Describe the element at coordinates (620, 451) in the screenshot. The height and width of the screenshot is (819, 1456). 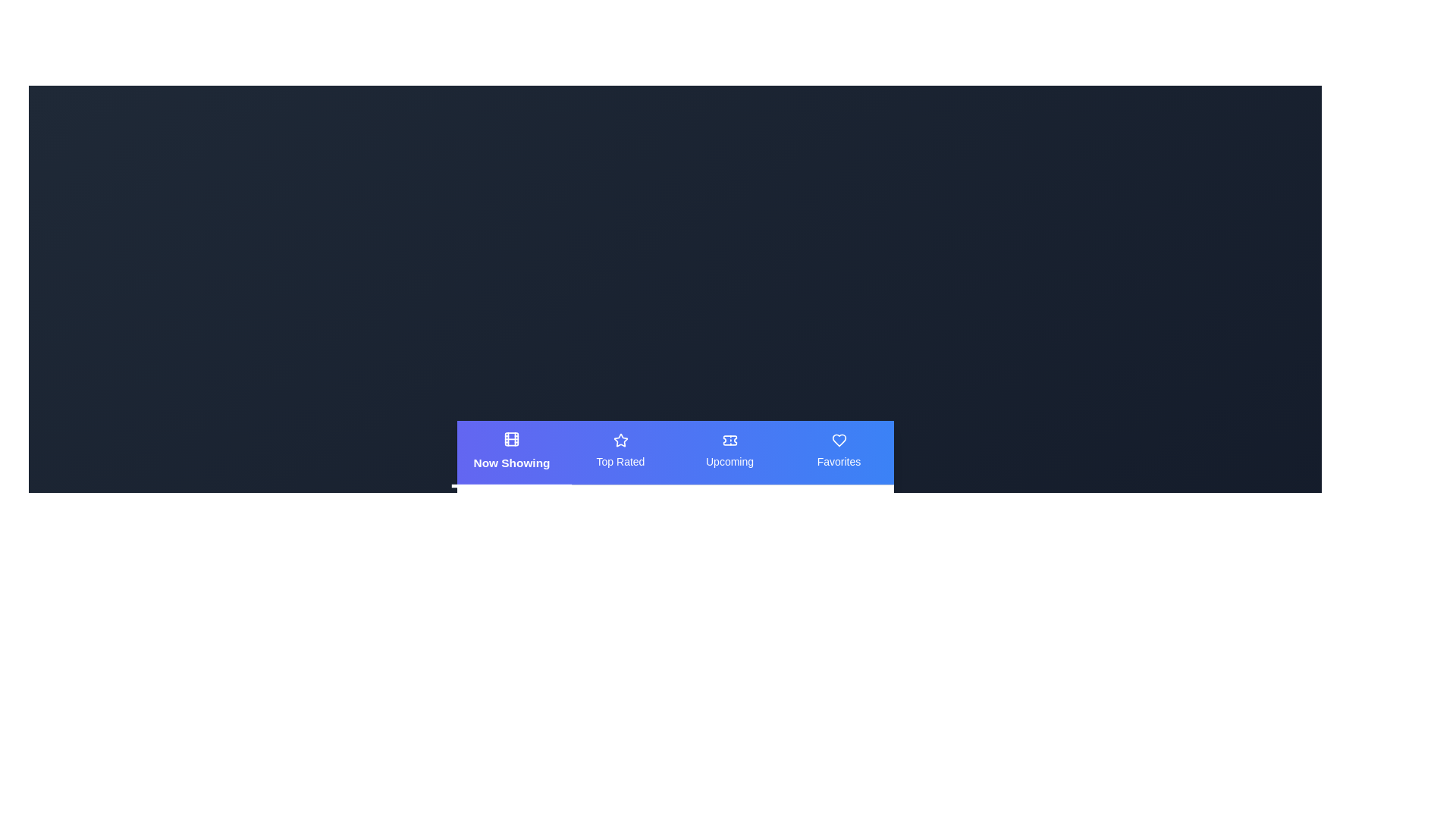
I see `the 'Top Rated' menu option button, which is the second item in a horizontally aligned menu` at that location.